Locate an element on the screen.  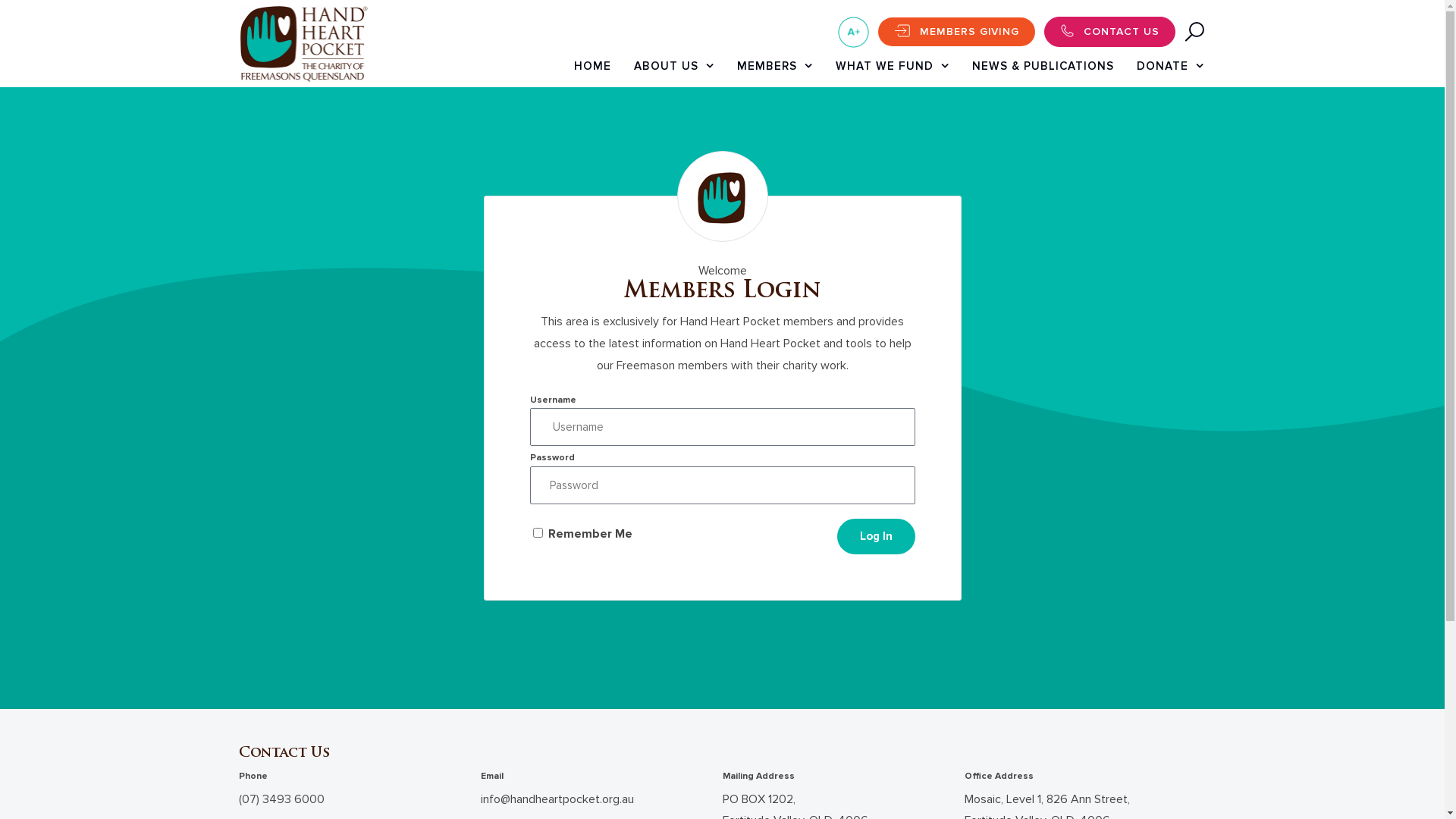
'ABOUT US' is located at coordinates (673, 70).